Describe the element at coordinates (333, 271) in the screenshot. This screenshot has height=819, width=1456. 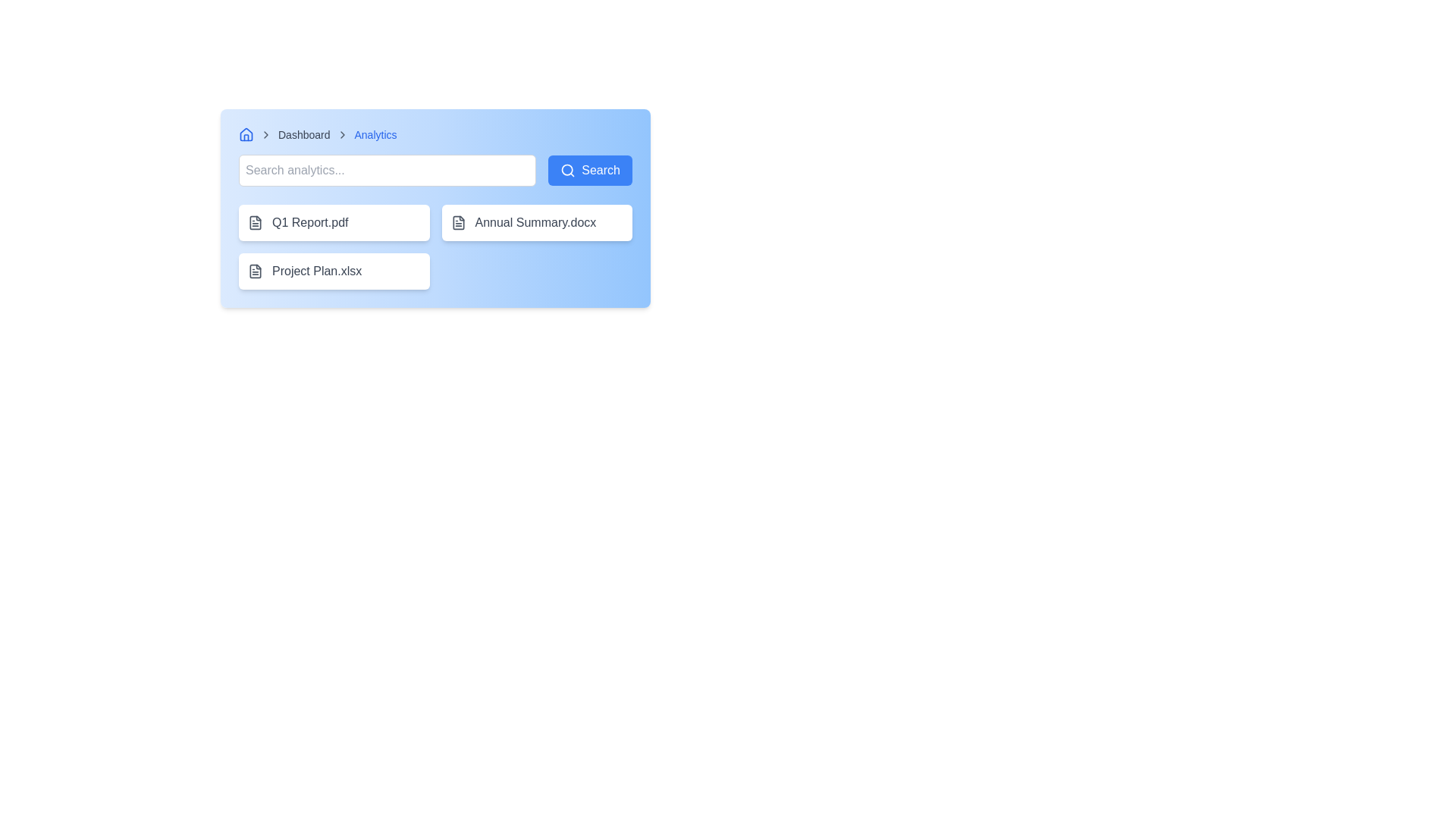
I see `the clickable list item representing the document 'Project Plan.xlsx'` at that location.